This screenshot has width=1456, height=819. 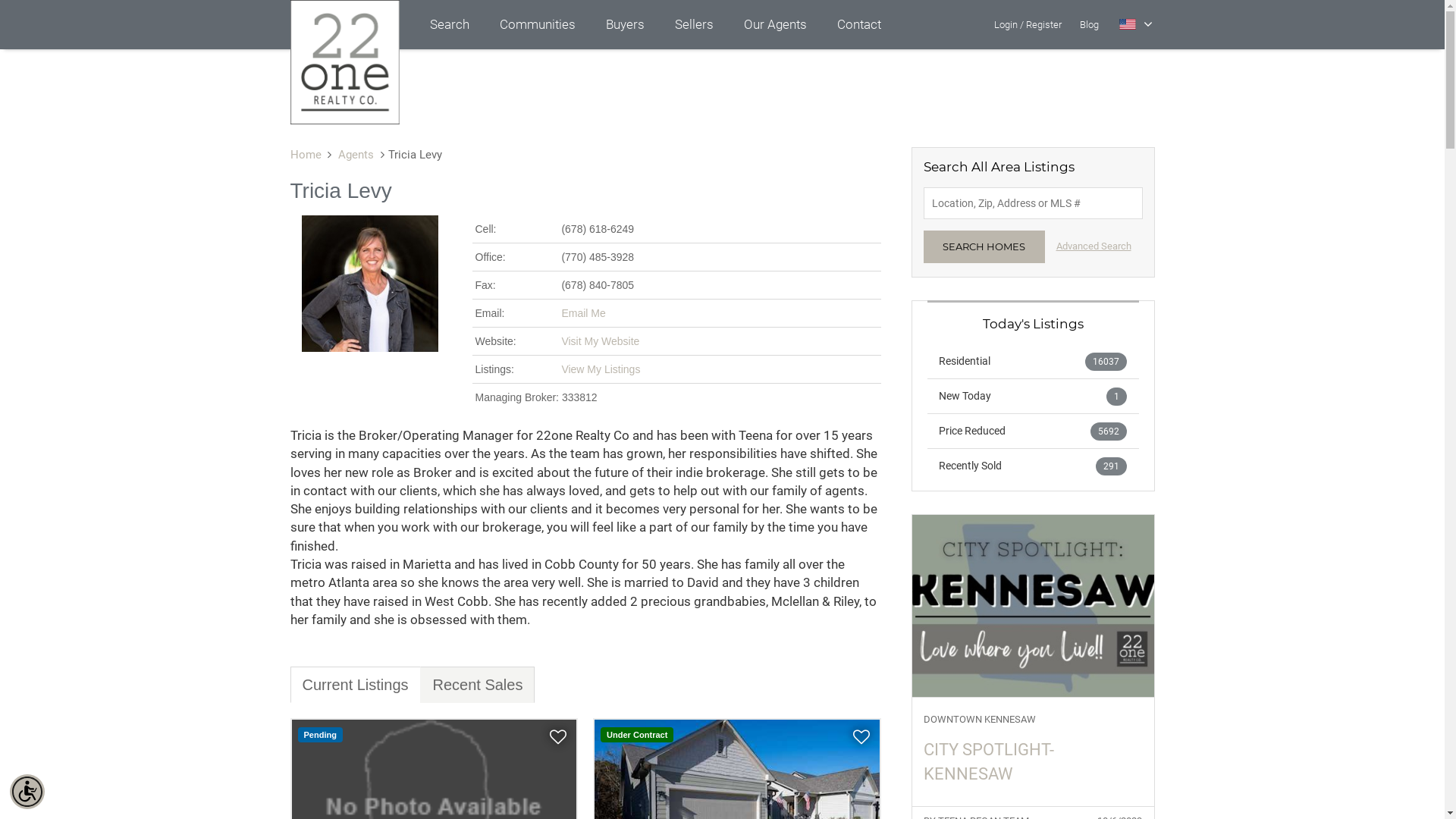 What do you see at coordinates (560, 256) in the screenshot?
I see `'(770) 485-3928'` at bounding box center [560, 256].